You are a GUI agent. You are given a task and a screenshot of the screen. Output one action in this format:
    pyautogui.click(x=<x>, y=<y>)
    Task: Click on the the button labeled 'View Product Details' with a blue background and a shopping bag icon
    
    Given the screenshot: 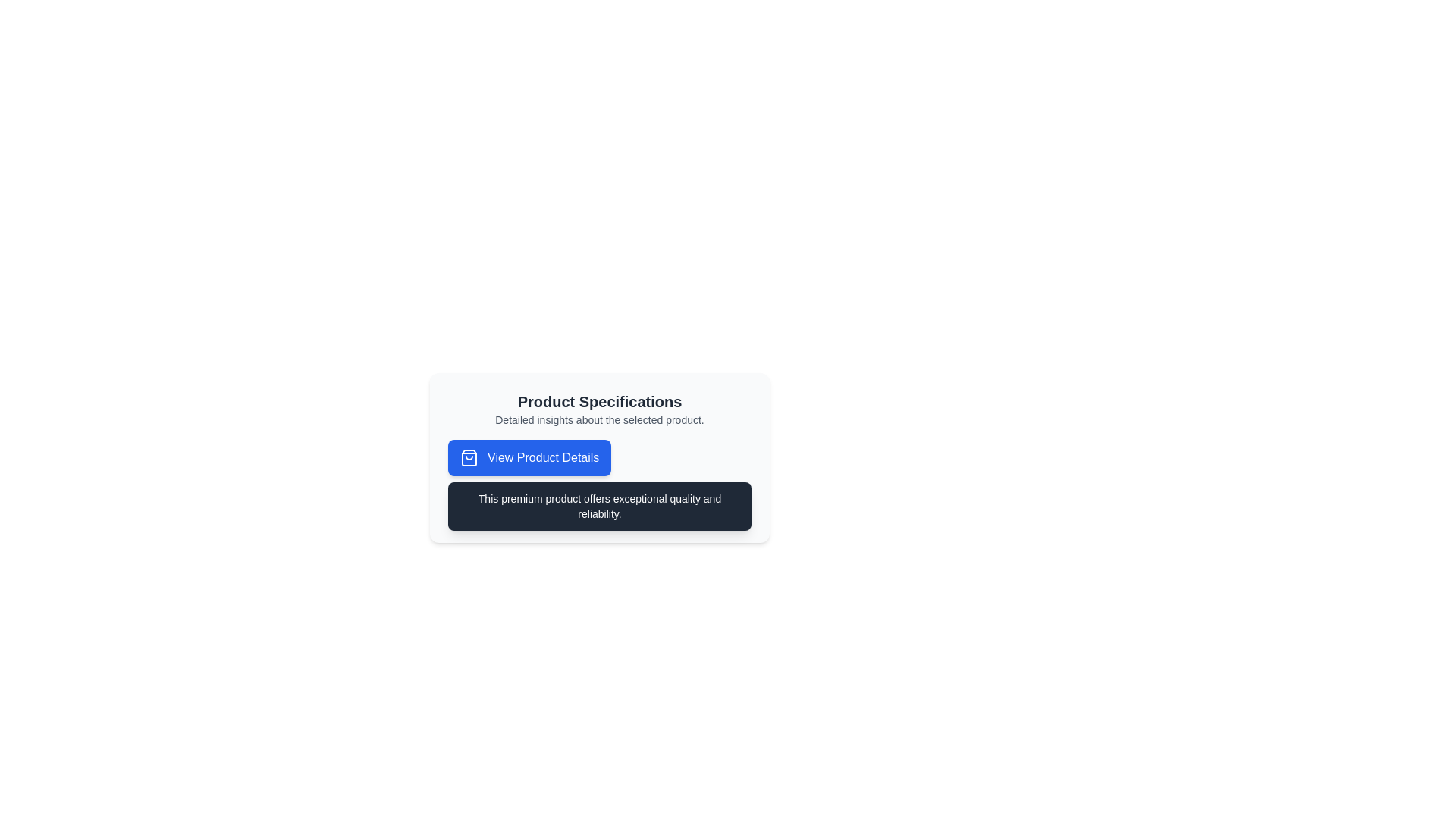 What is the action you would take?
    pyautogui.click(x=529, y=457)
    